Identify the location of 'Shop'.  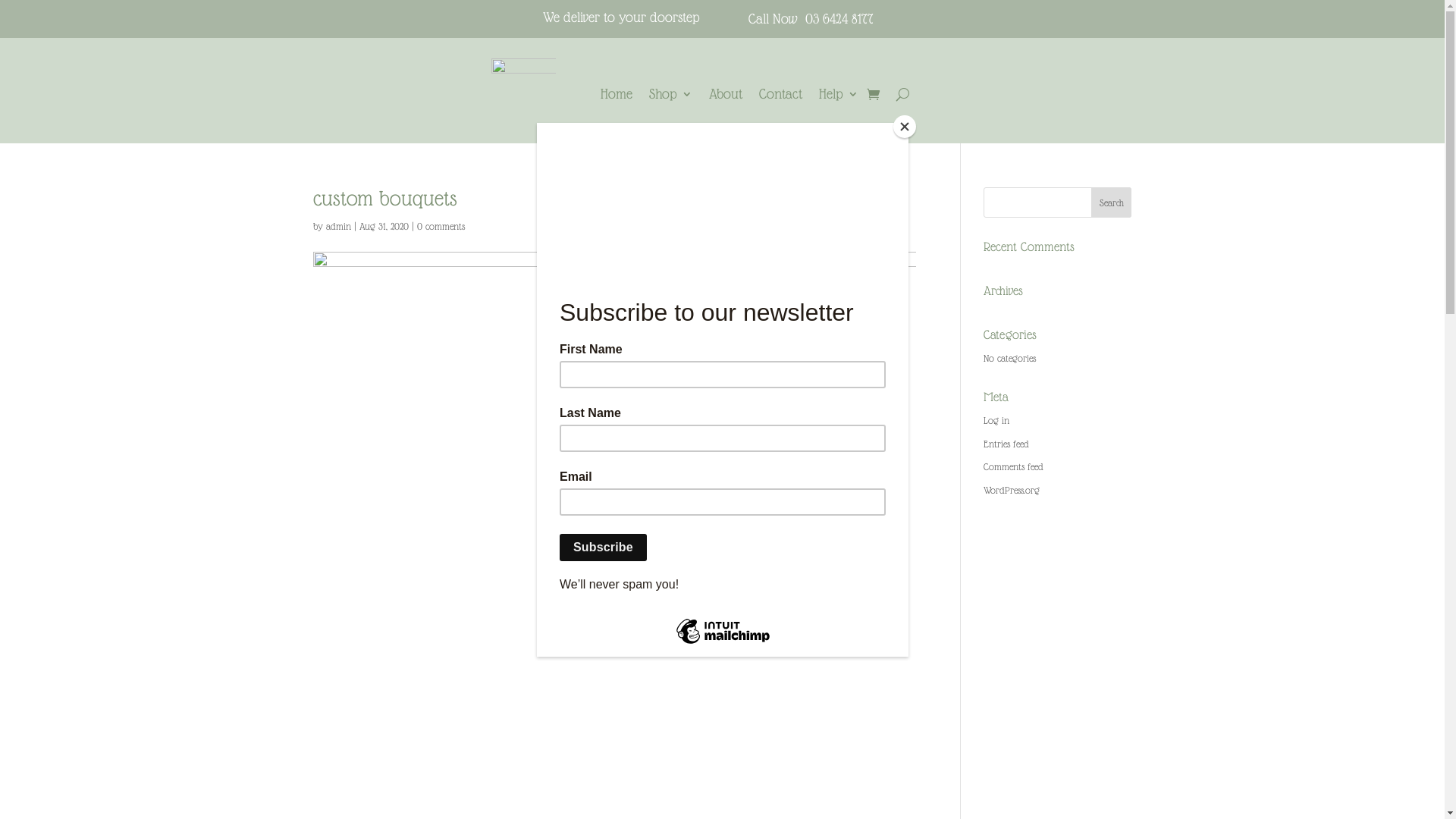
(648, 96).